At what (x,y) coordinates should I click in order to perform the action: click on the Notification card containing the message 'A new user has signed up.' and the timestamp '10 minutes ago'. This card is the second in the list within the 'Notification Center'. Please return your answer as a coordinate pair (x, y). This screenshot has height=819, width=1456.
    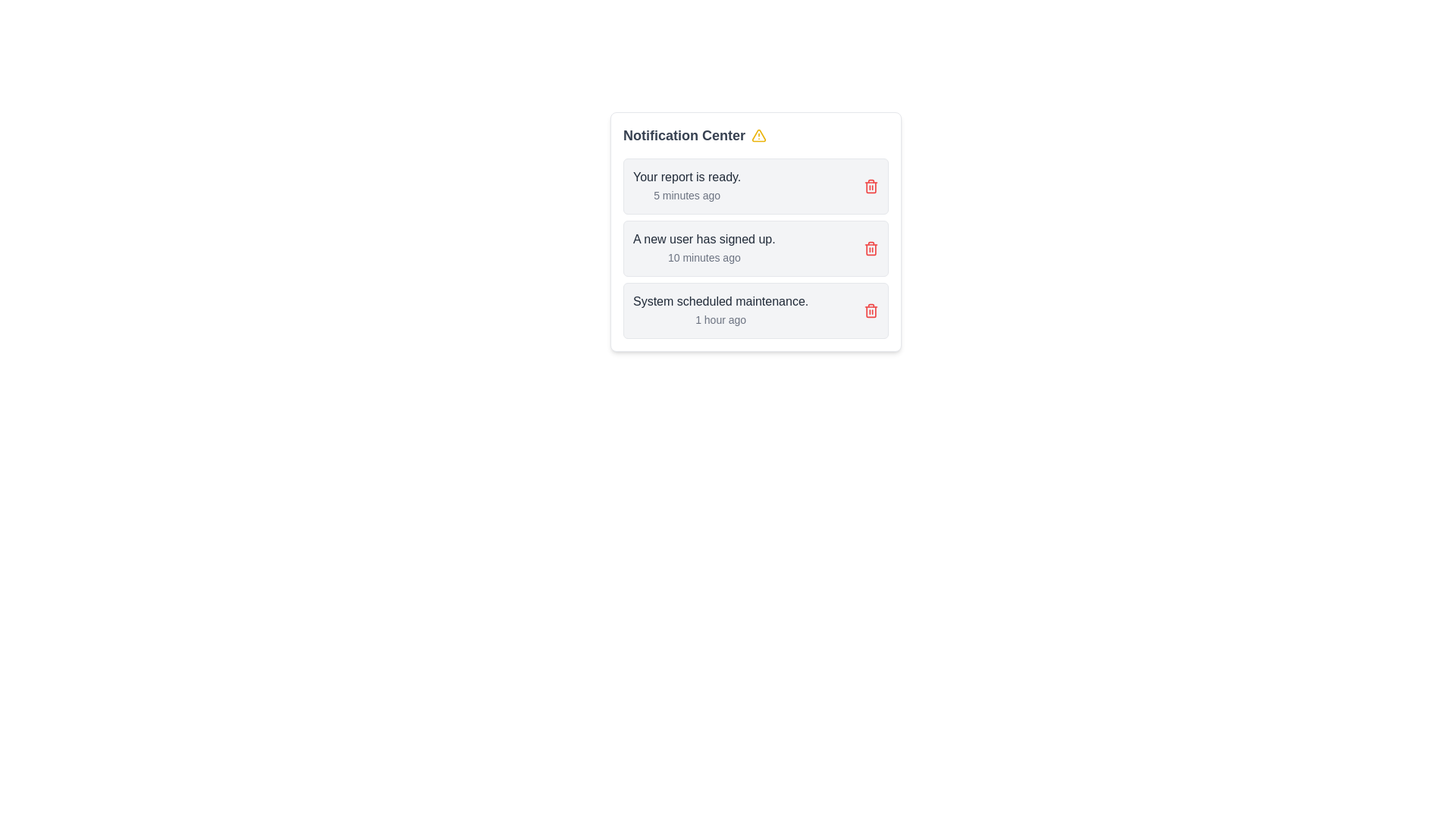
    Looking at the image, I should click on (756, 247).